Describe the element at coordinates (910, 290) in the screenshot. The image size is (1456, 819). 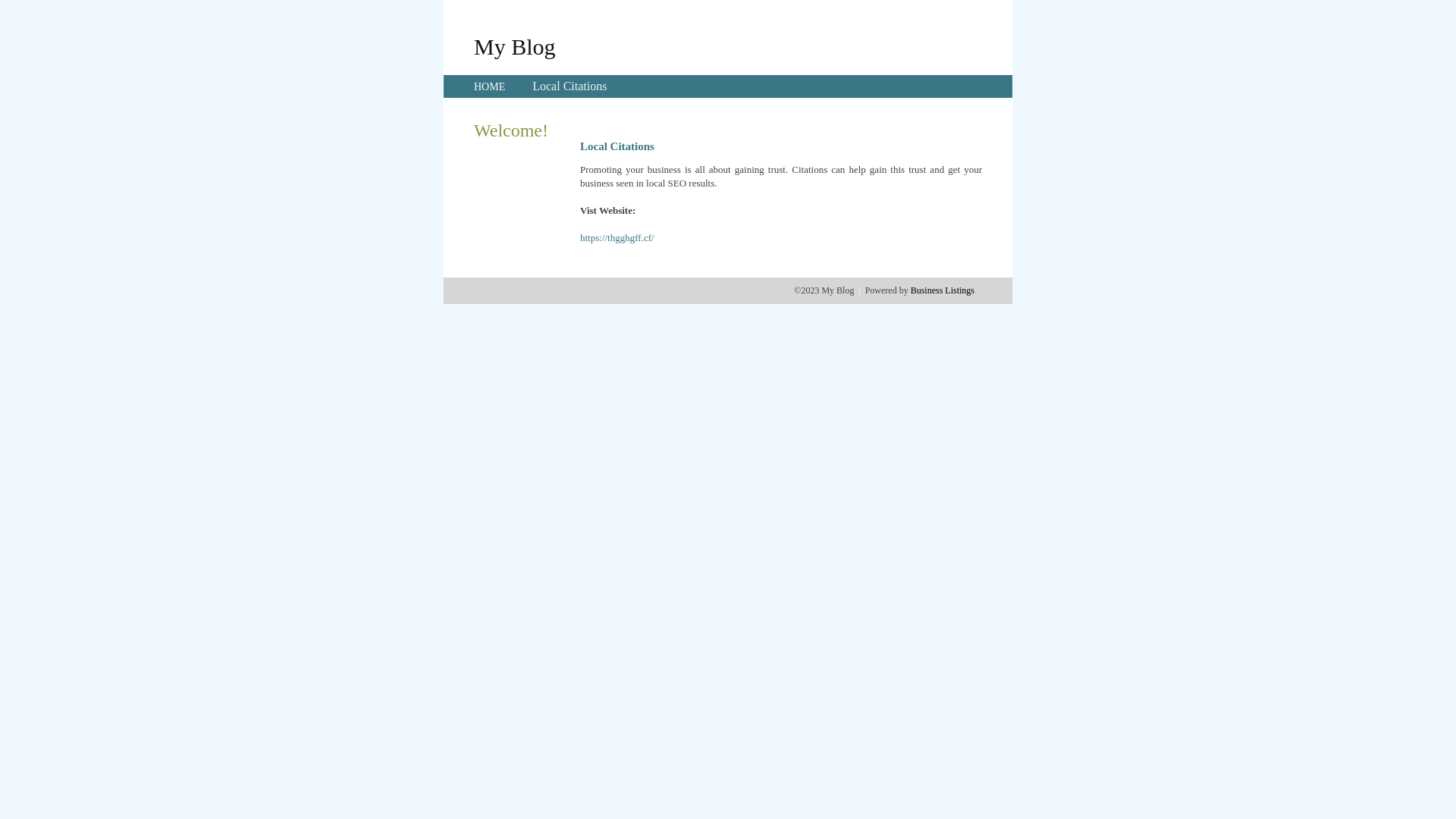
I see `'Business Listings'` at that location.